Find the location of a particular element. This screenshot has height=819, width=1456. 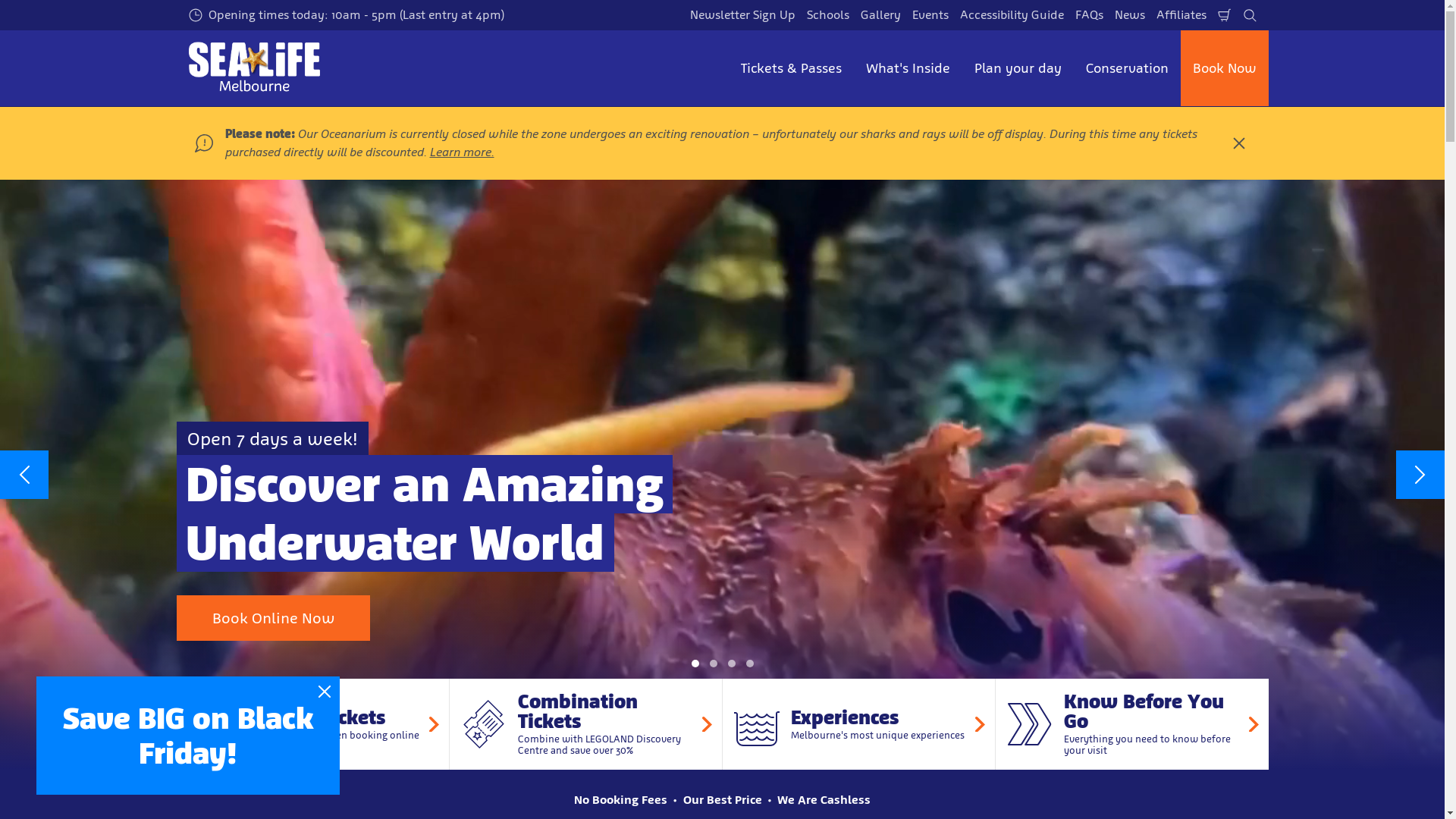

'Events' is located at coordinates (930, 14).